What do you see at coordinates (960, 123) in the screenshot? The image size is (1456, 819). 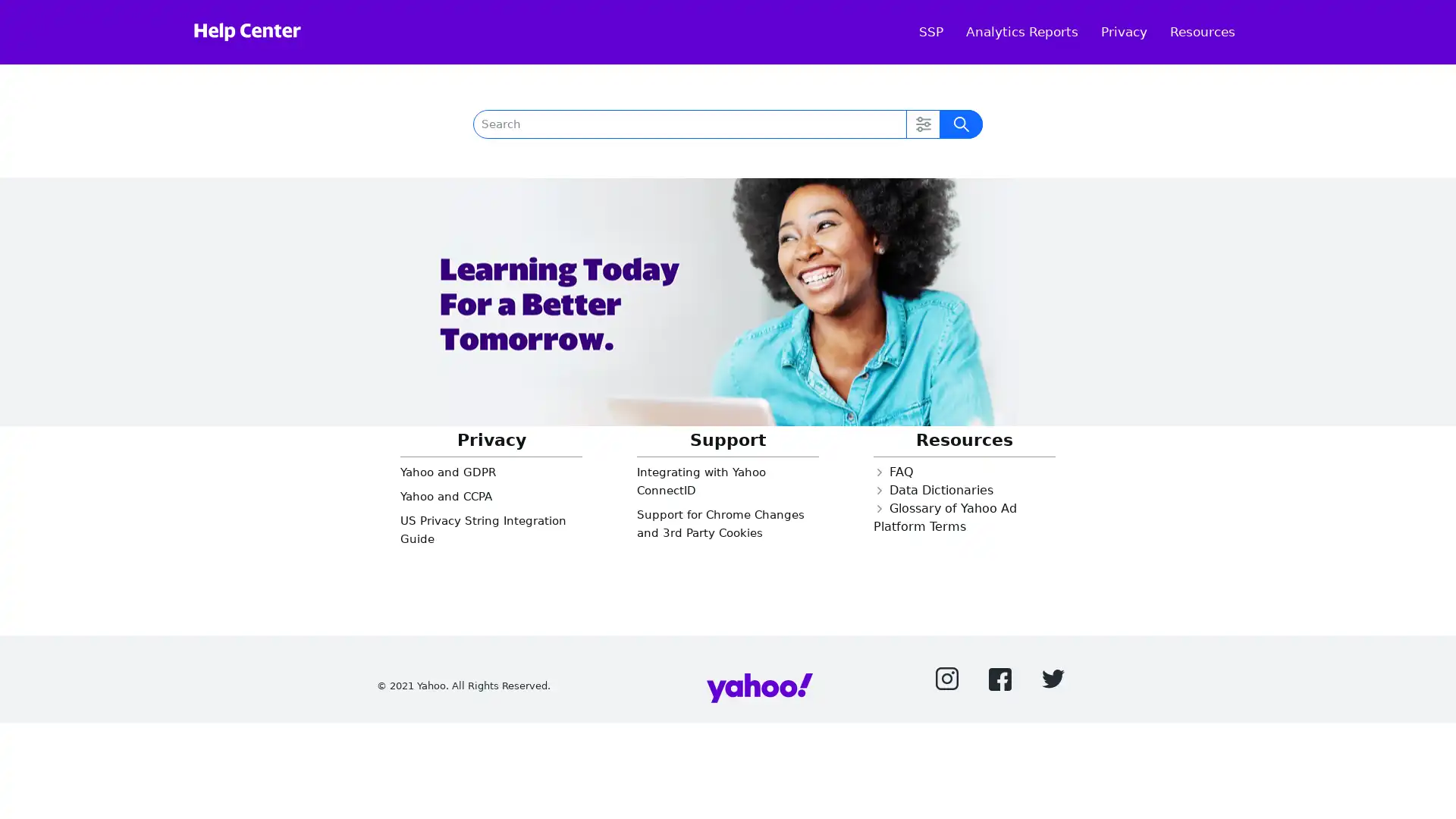 I see `Submit Search` at bounding box center [960, 123].